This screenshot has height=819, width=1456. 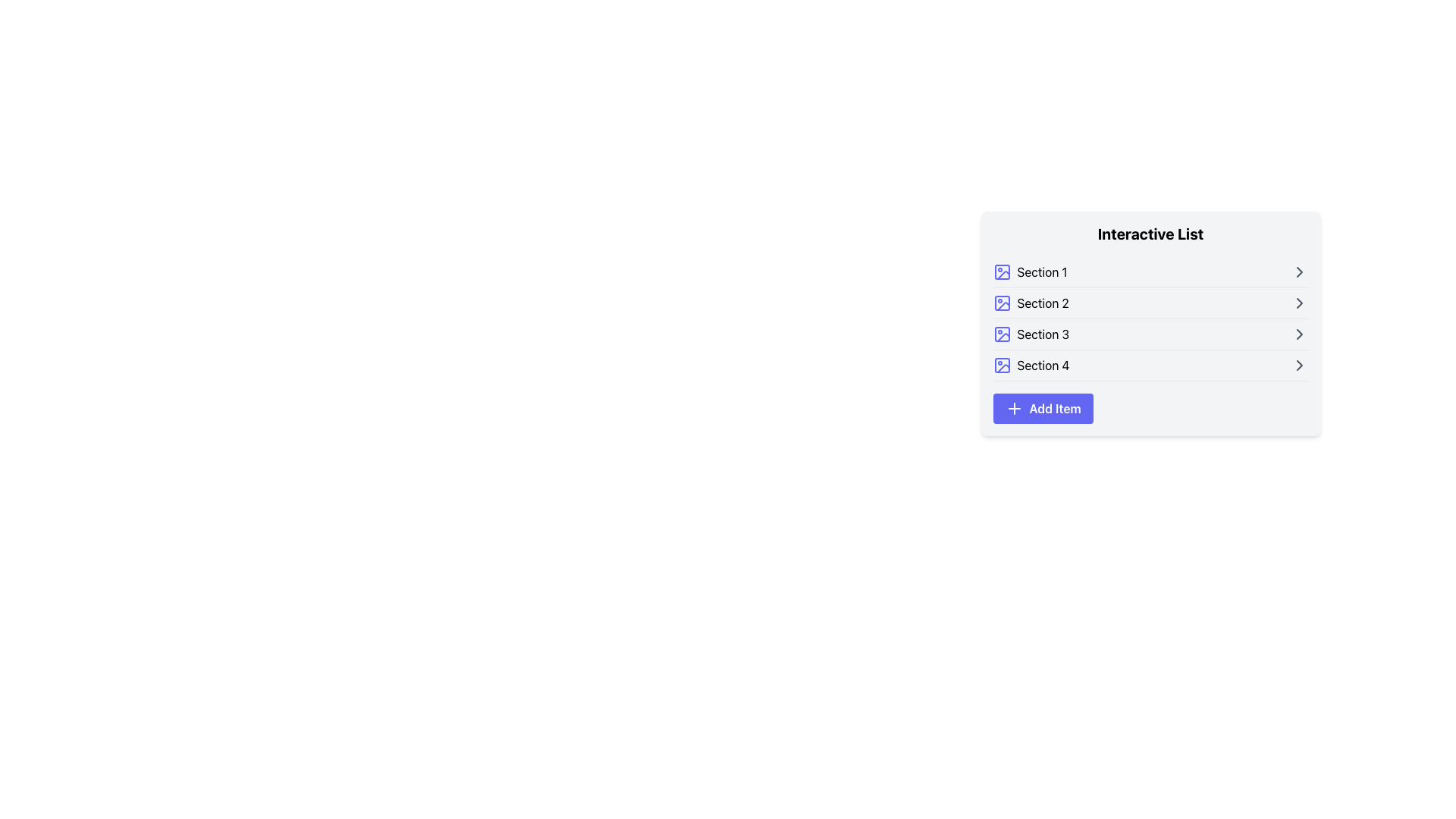 What do you see at coordinates (1150, 366) in the screenshot?
I see `the List Item labeled 'Section 4' in the Interactive List` at bounding box center [1150, 366].